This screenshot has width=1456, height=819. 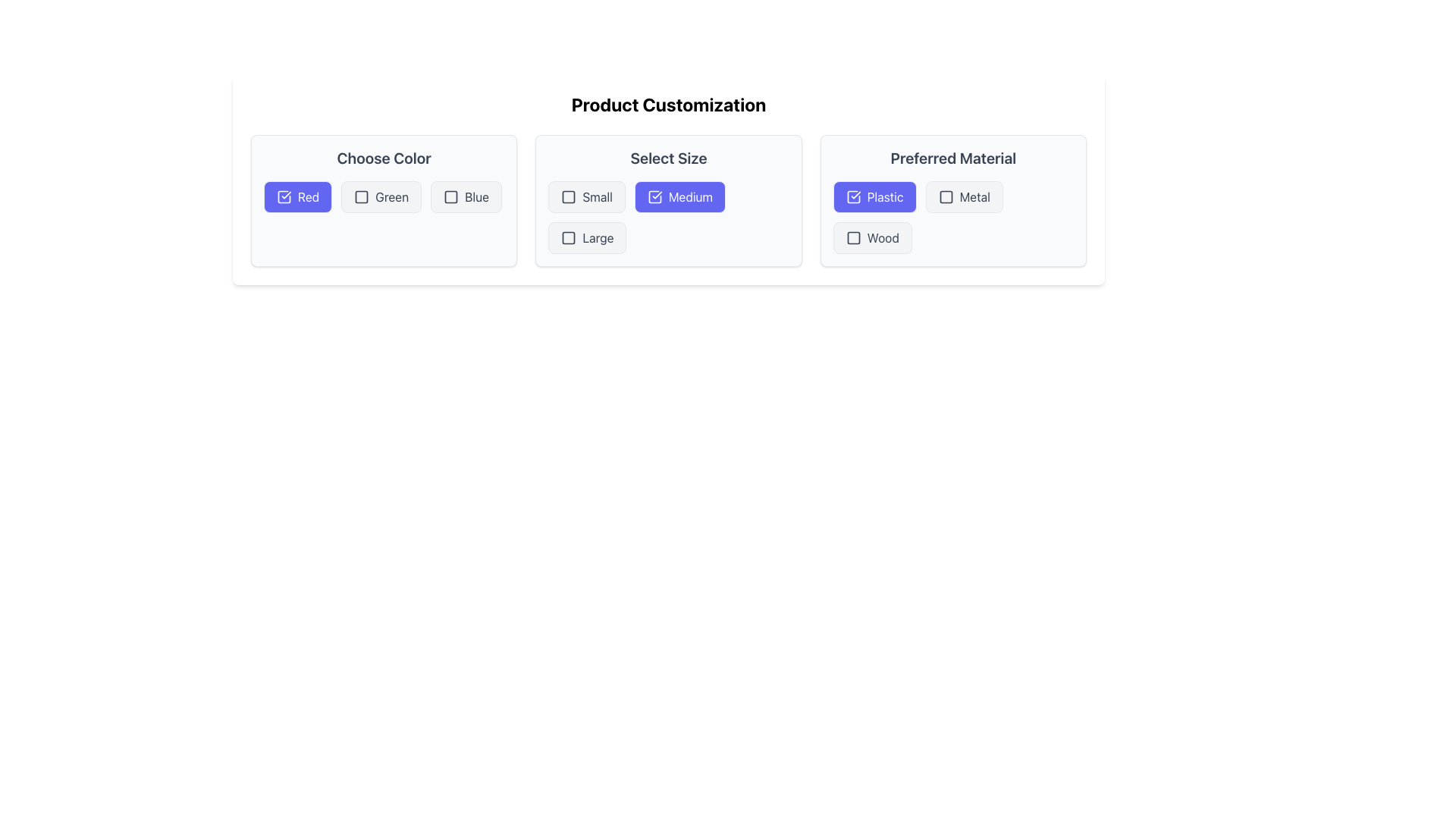 What do you see at coordinates (381, 196) in the screenshot?
I see `the selectable button for the color 'Green' in the 'Choose Color' category` at bounding box center [381, 196].